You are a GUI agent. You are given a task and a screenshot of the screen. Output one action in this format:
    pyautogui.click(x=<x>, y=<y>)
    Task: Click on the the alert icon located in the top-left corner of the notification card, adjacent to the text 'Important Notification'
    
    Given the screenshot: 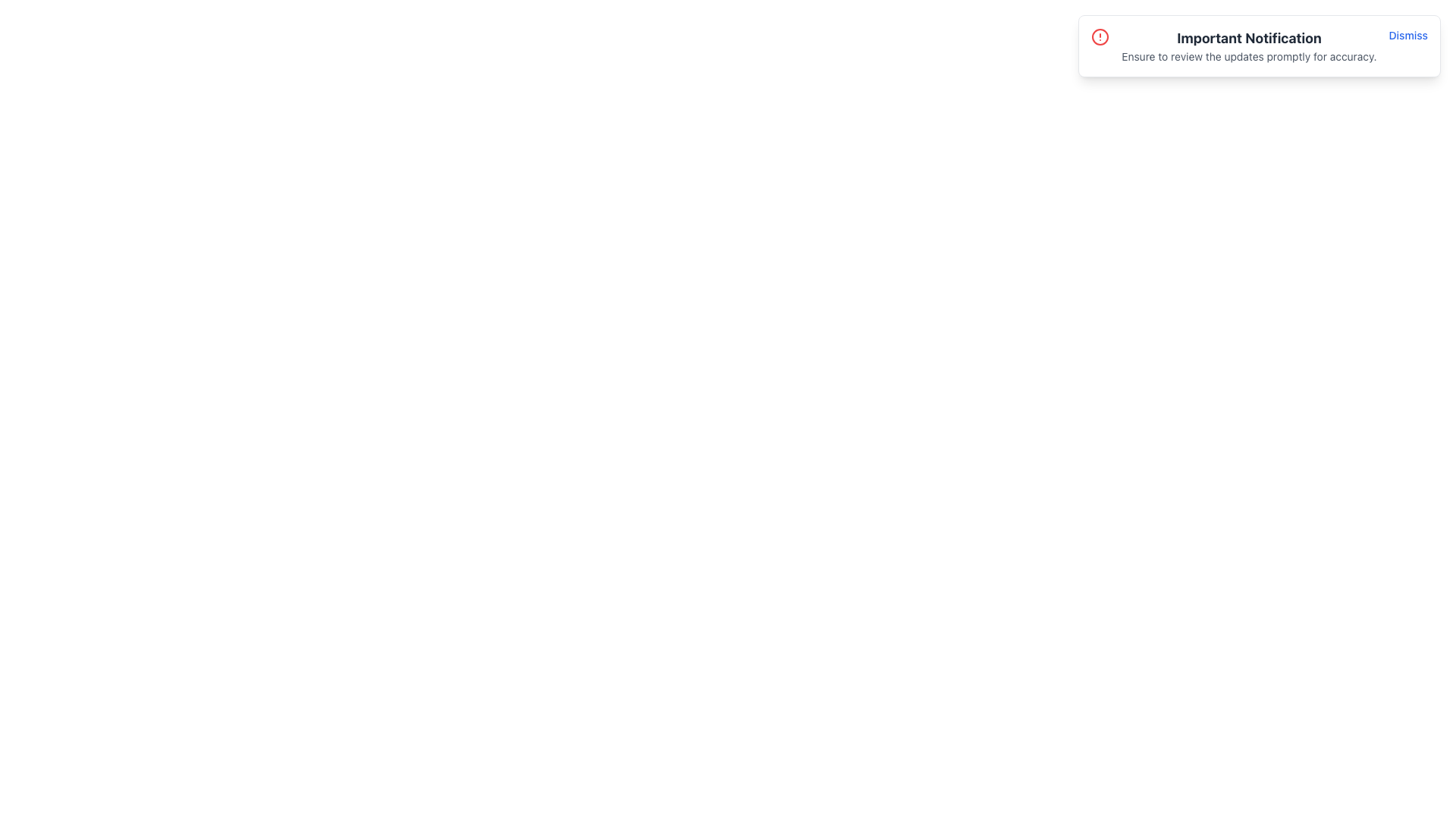 What is the action you would take?
    pyautogui.click(x=1100, y=36)
    